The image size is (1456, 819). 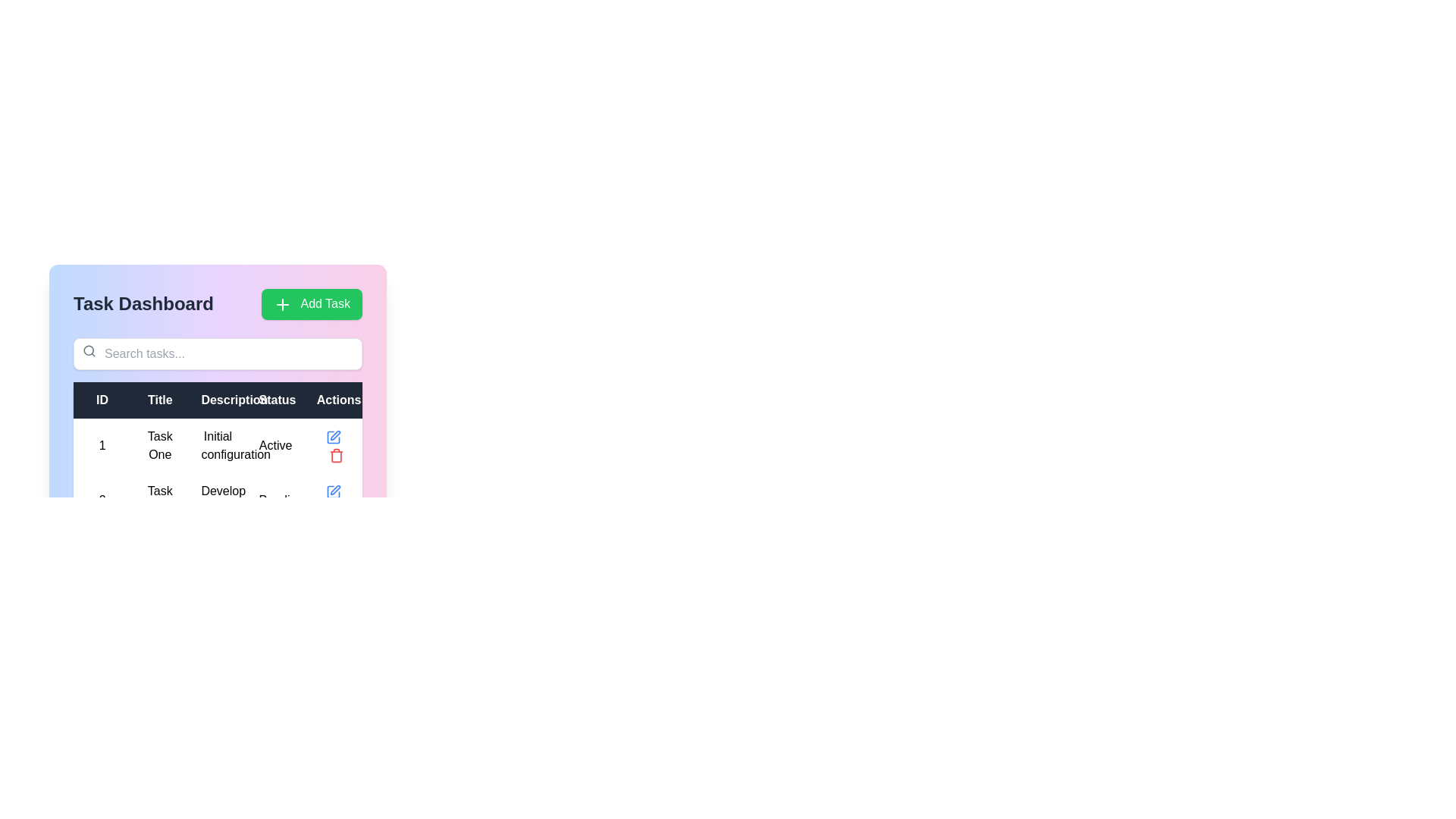 What do you see at coordinates (102, 444) in the screenshot?
I see `the Text display cell in the 'ID' column at the top row` at bounding box center [102, 444].